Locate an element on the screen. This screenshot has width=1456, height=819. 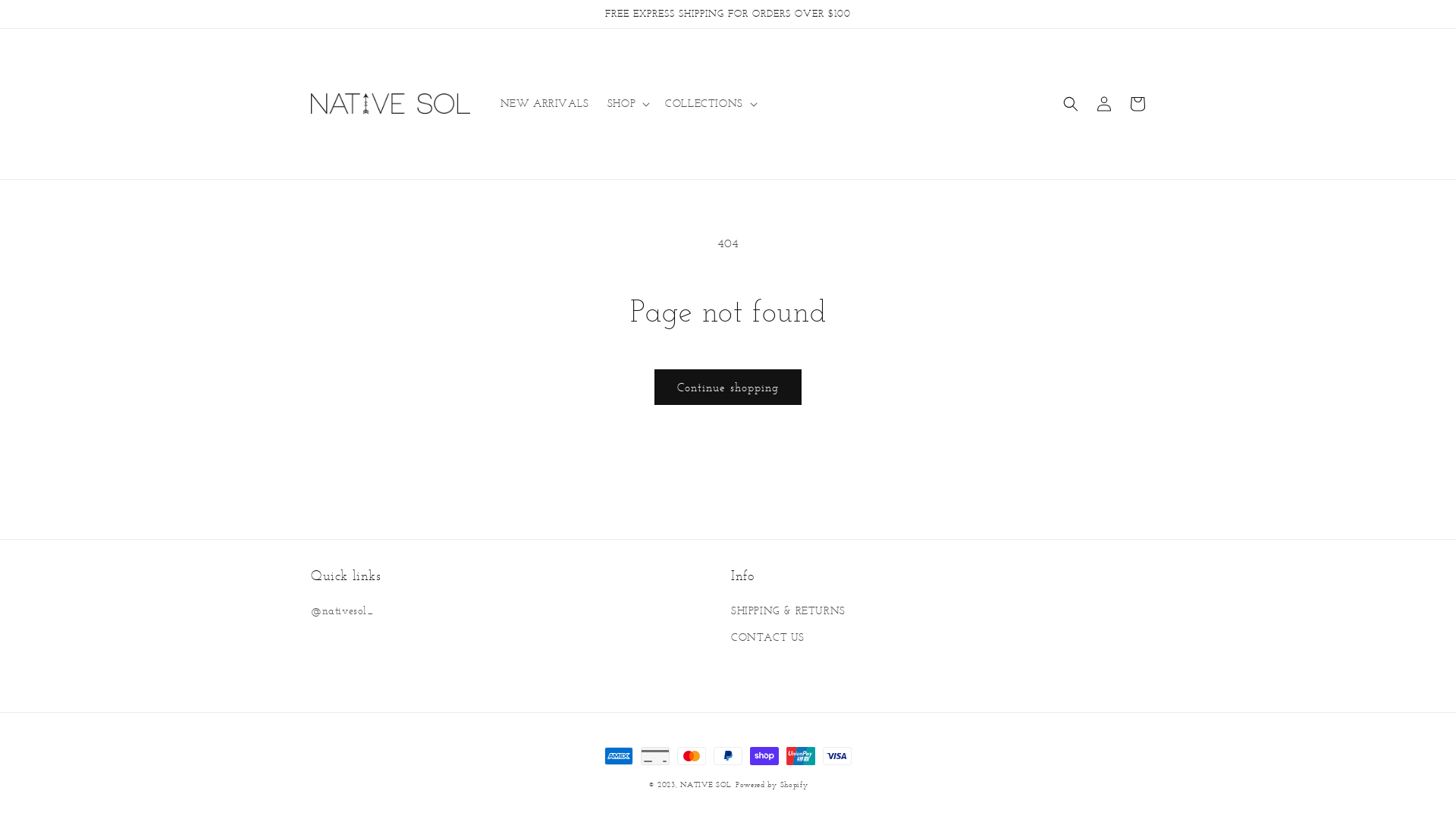
'@nativesol_' is located at coordinates (309, 611).